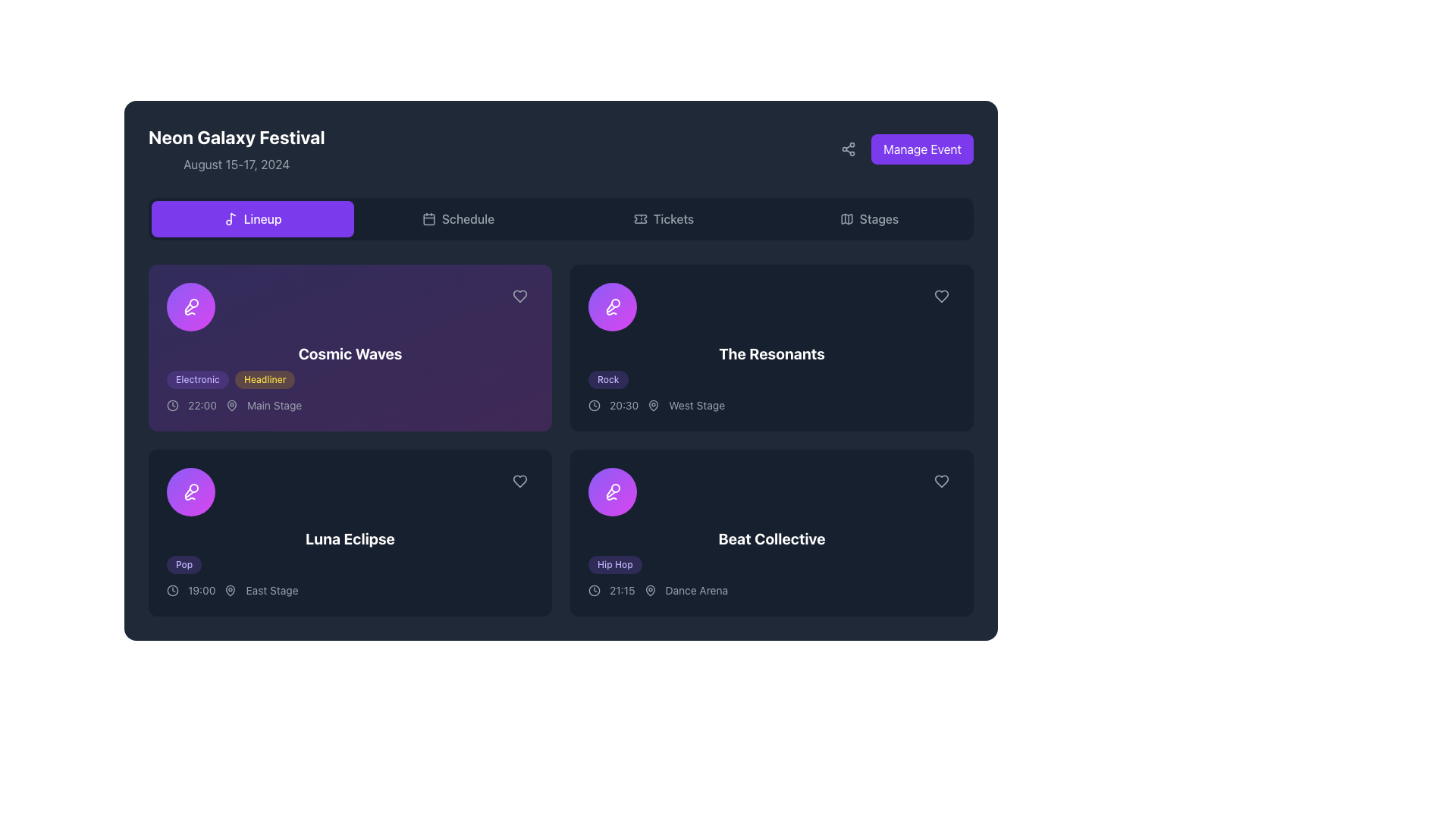  Describe the element at coordinates (640, 219) in the screenshot. I see `the 'Tickets' icon in the top navigation bar` at that location.